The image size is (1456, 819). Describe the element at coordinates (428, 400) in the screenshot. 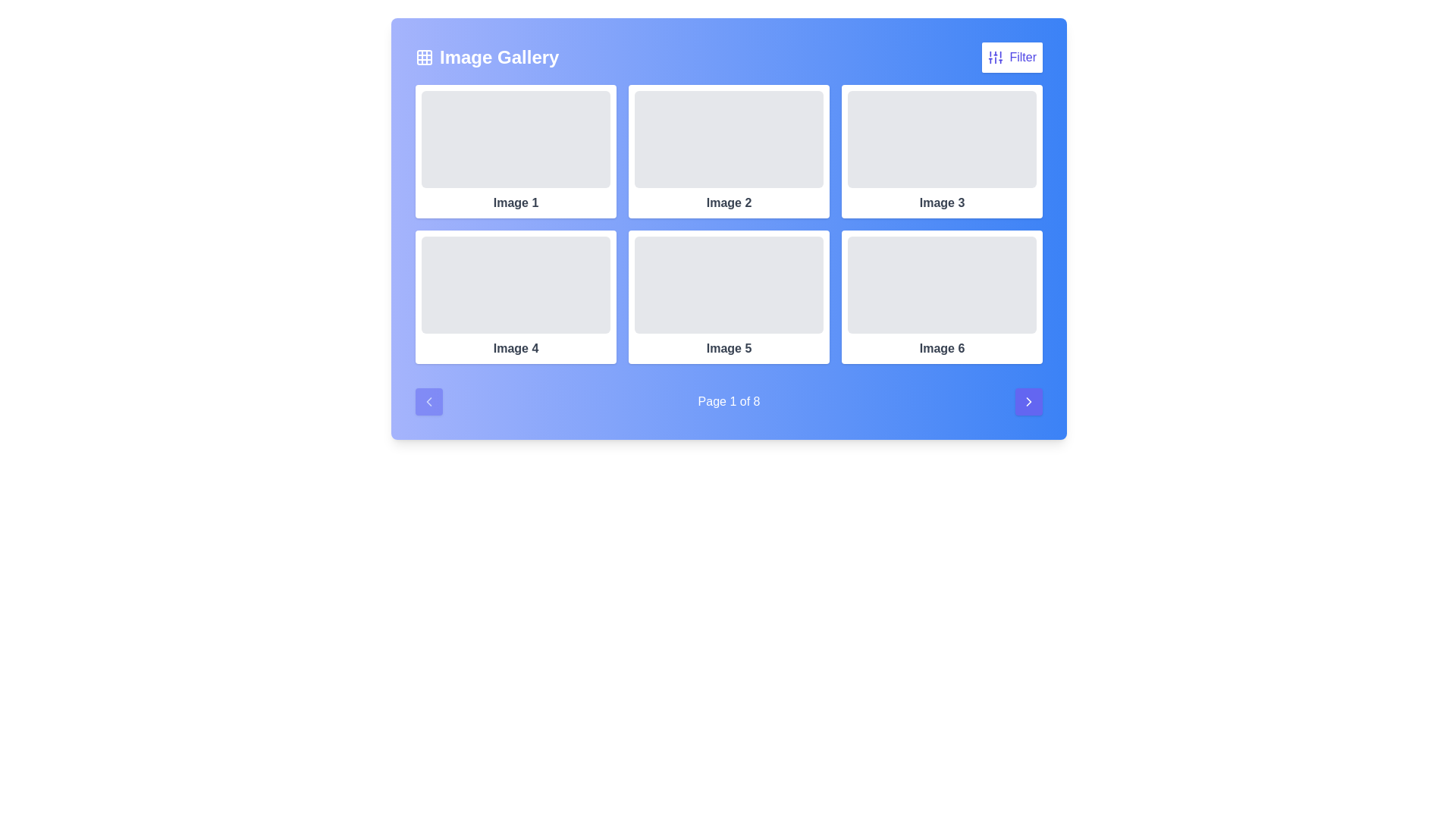

I see `the 'Previous Page' button located at the bottom-left of the pagination interface` at that location.